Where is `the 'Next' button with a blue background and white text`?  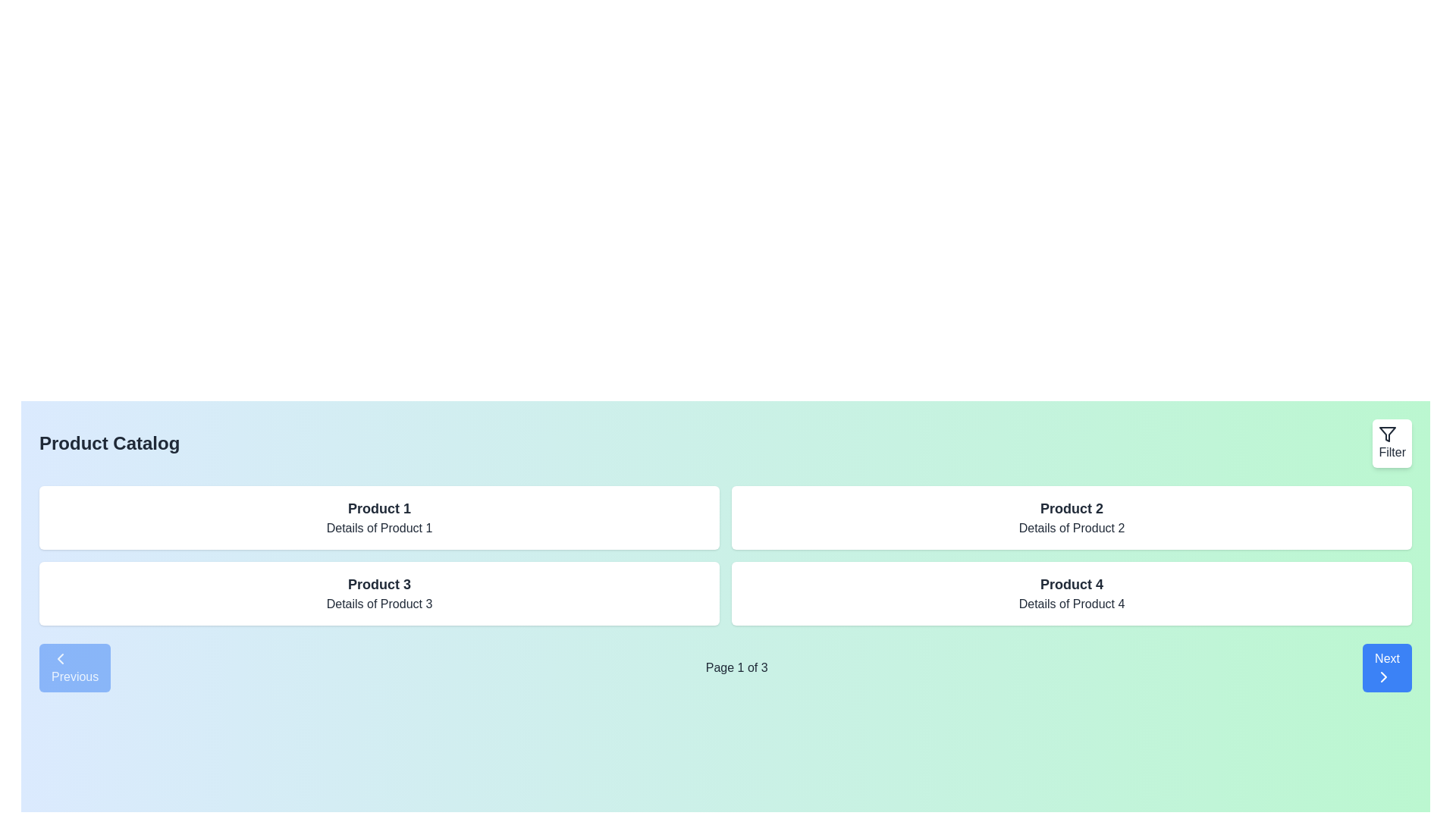
the 'Next' button with a blue background and white text is located at coordinates (1387, 667).